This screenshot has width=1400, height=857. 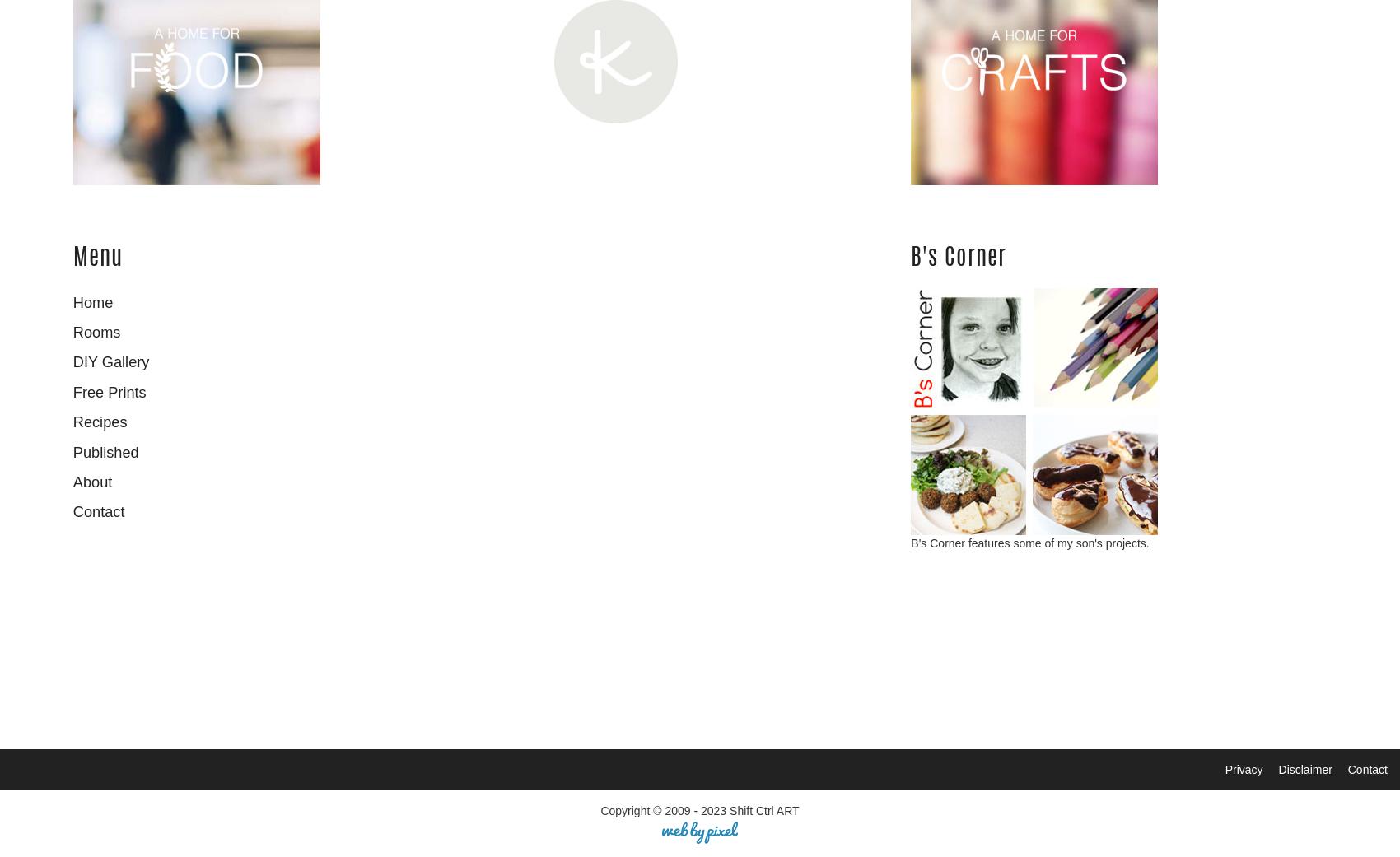 I want to click on 'Menu', so click(x=72, y=258).